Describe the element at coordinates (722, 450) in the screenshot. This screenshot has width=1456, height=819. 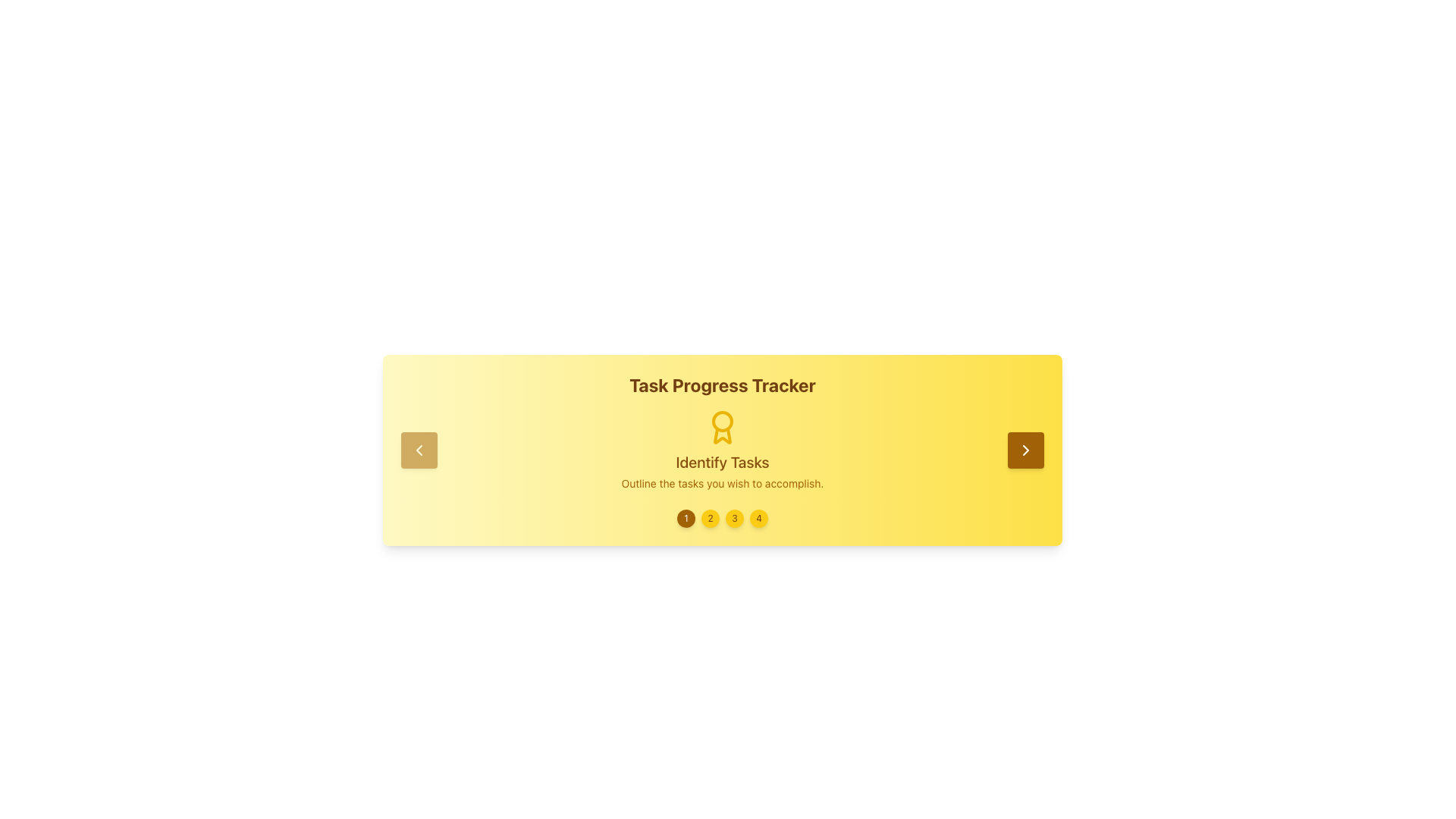
I see `the progress and navigation panel displaying 'Identify Tasks' from its current position` at that location.